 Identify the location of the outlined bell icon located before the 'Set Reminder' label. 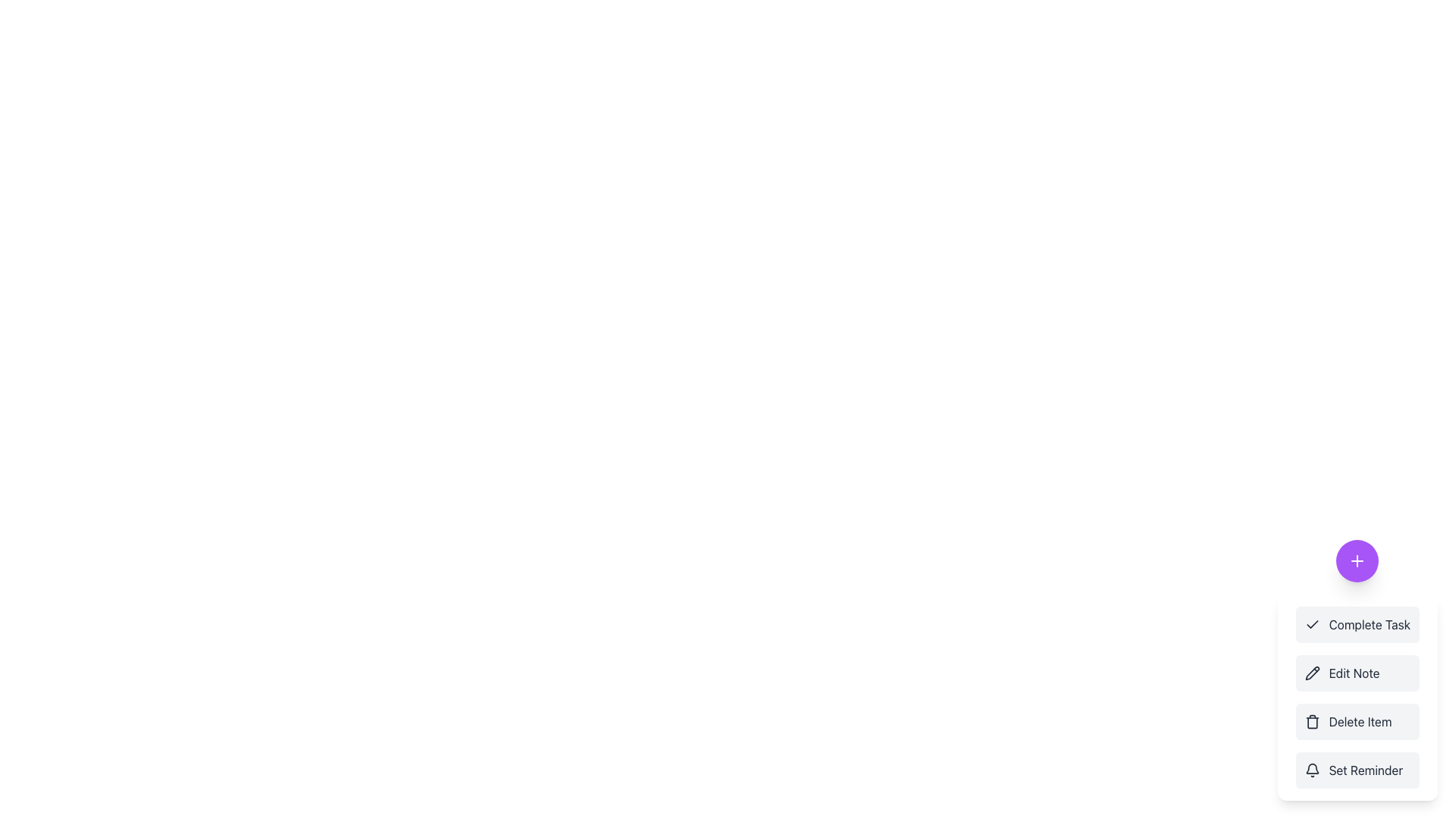
(1310, 770).